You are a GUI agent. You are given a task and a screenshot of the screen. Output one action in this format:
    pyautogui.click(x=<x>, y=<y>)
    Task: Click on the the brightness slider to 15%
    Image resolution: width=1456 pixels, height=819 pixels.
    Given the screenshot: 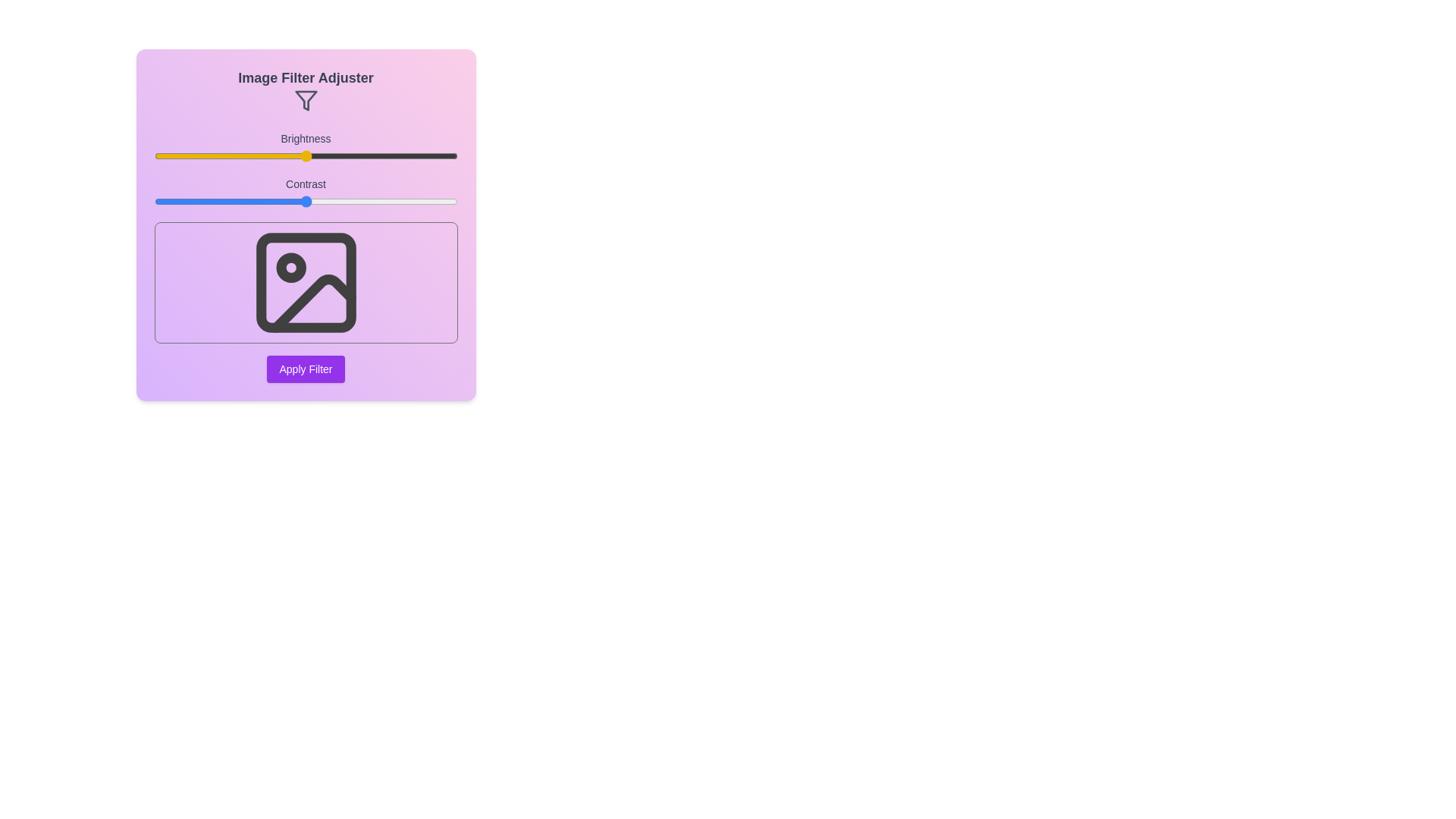 What is the action you would take?
    pyautogui.click(x=199, y=155)
    